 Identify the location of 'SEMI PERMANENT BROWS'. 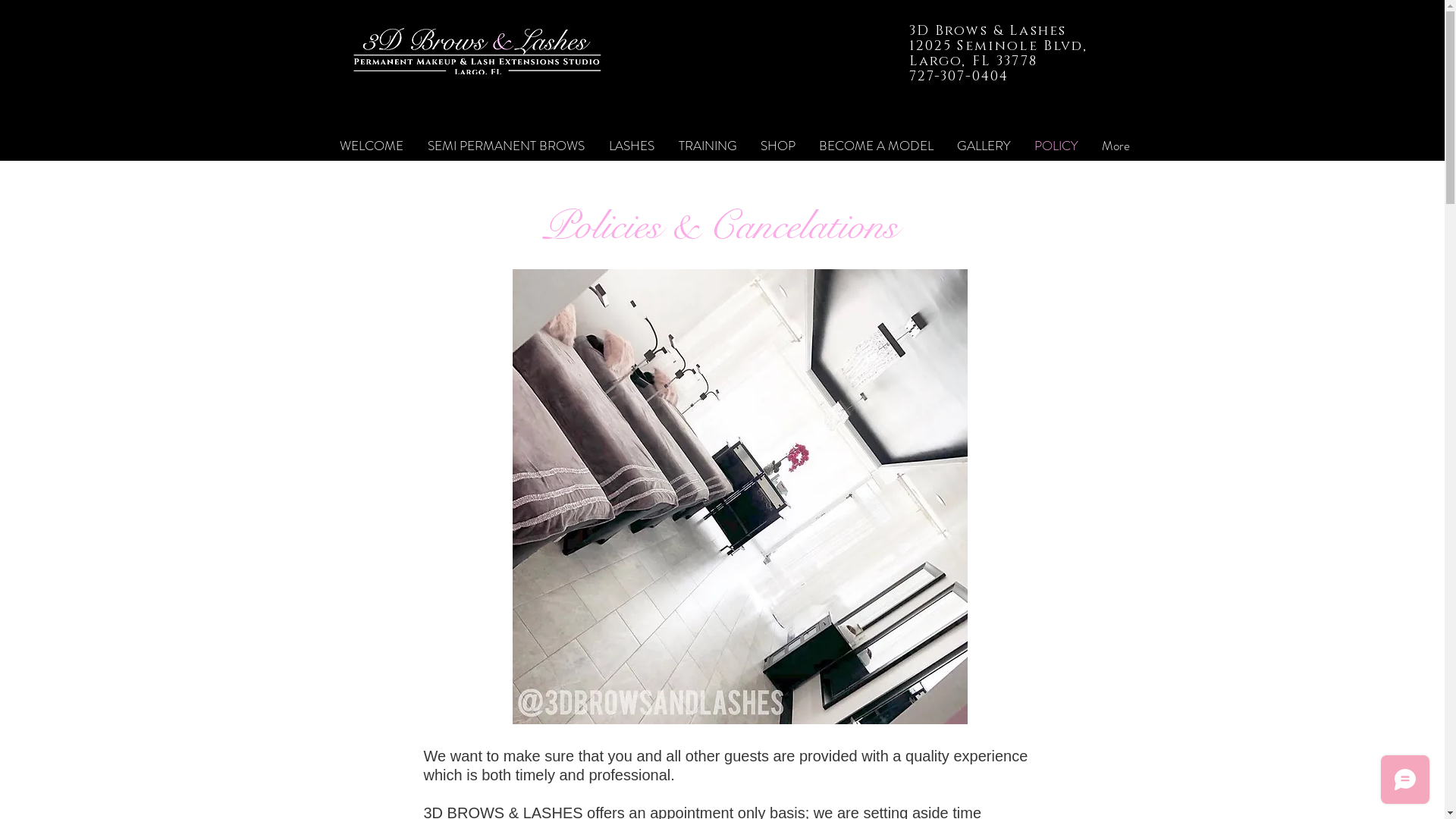
(415, 146).